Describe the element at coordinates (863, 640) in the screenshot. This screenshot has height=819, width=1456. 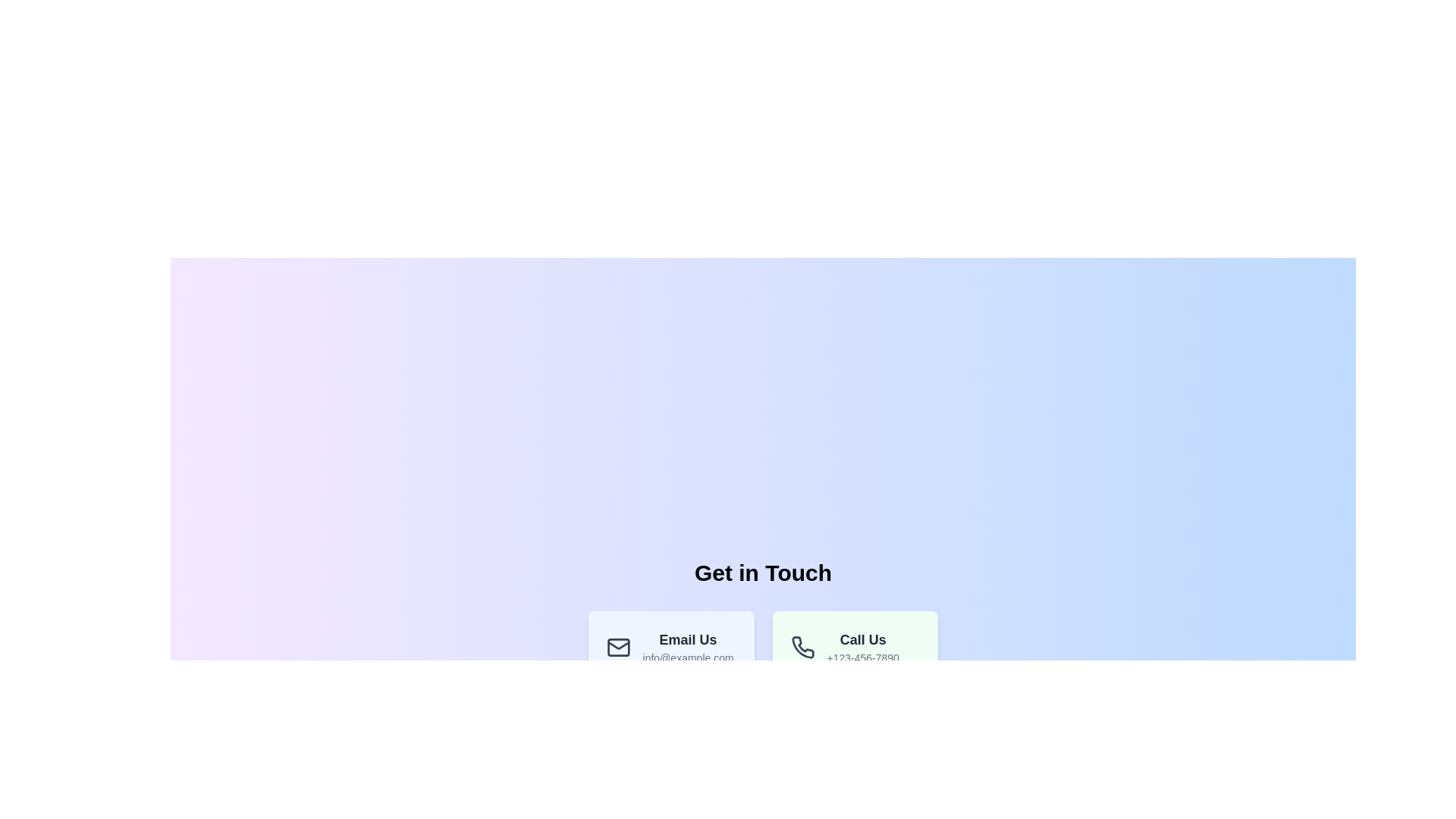
I see `the 'Call Us' static text label, which is prominently displayed in bold dark gray font within a light green-bordered box in the bottom right corner of the interface` at that location.